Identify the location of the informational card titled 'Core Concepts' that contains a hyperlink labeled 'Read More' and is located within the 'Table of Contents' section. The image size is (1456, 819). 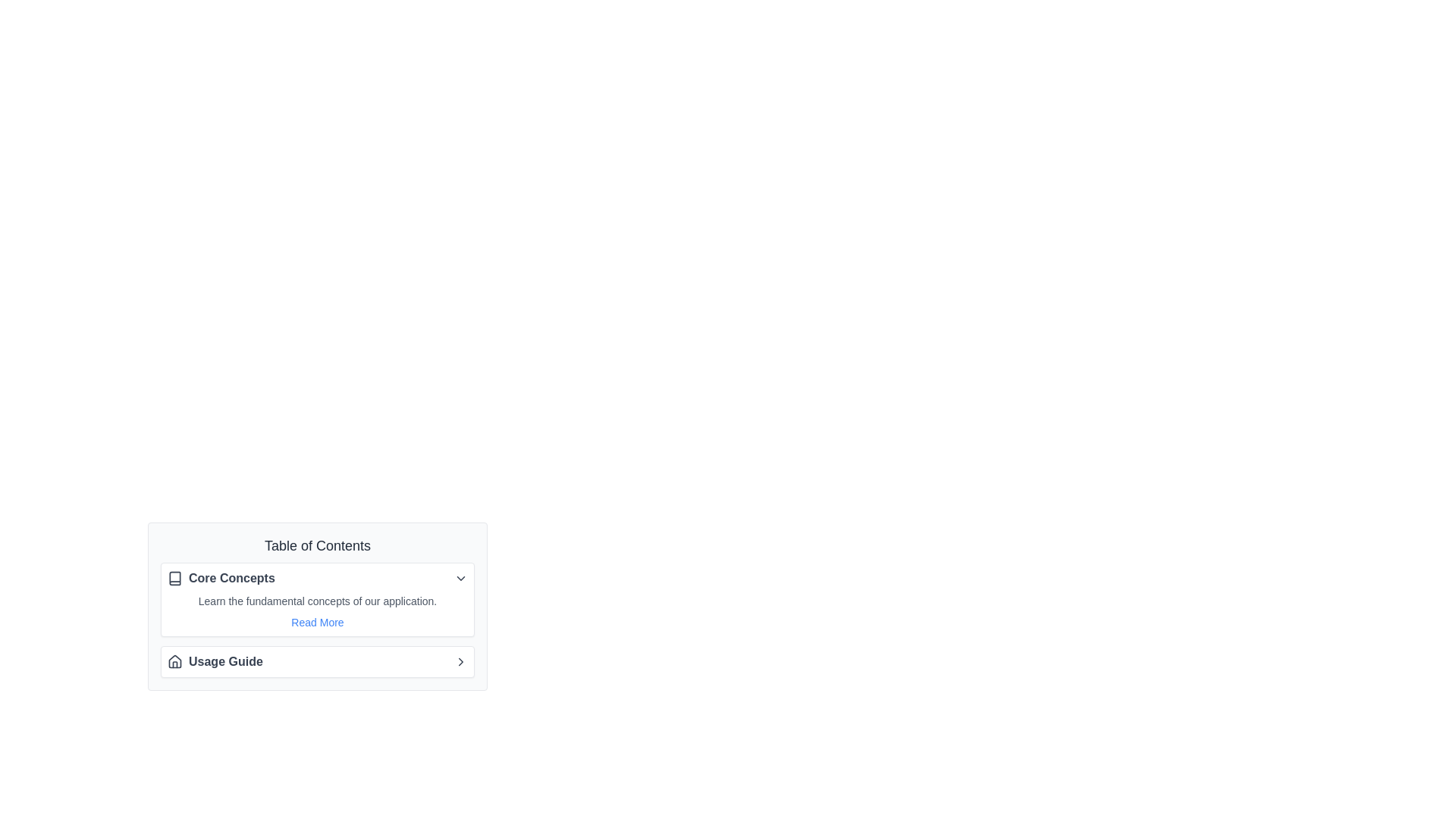
(316, 620).